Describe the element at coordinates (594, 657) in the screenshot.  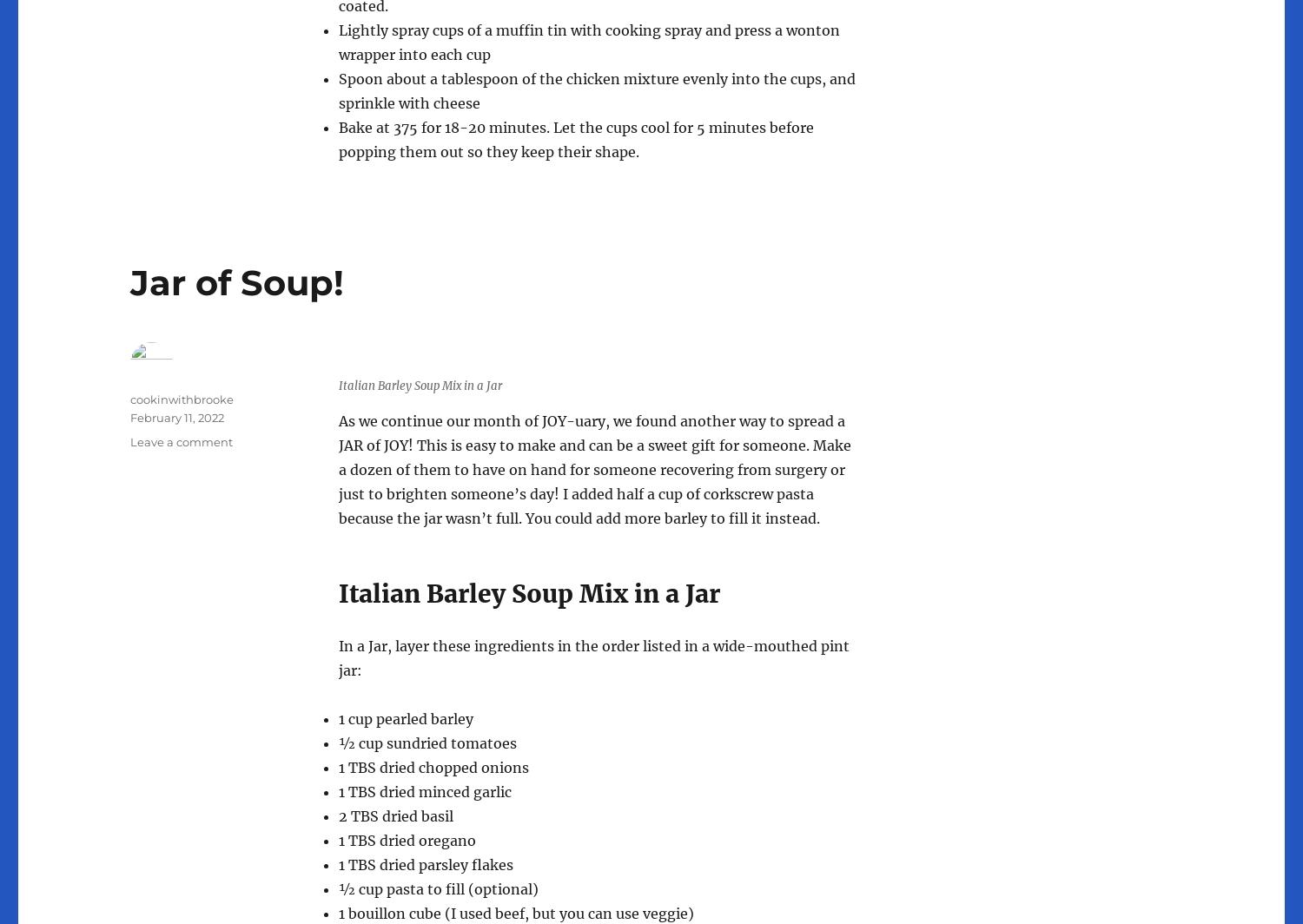
I see `'In a Jar, layer these ingredients in the order listed in a wide-mouthed pint jar:'` at that location.